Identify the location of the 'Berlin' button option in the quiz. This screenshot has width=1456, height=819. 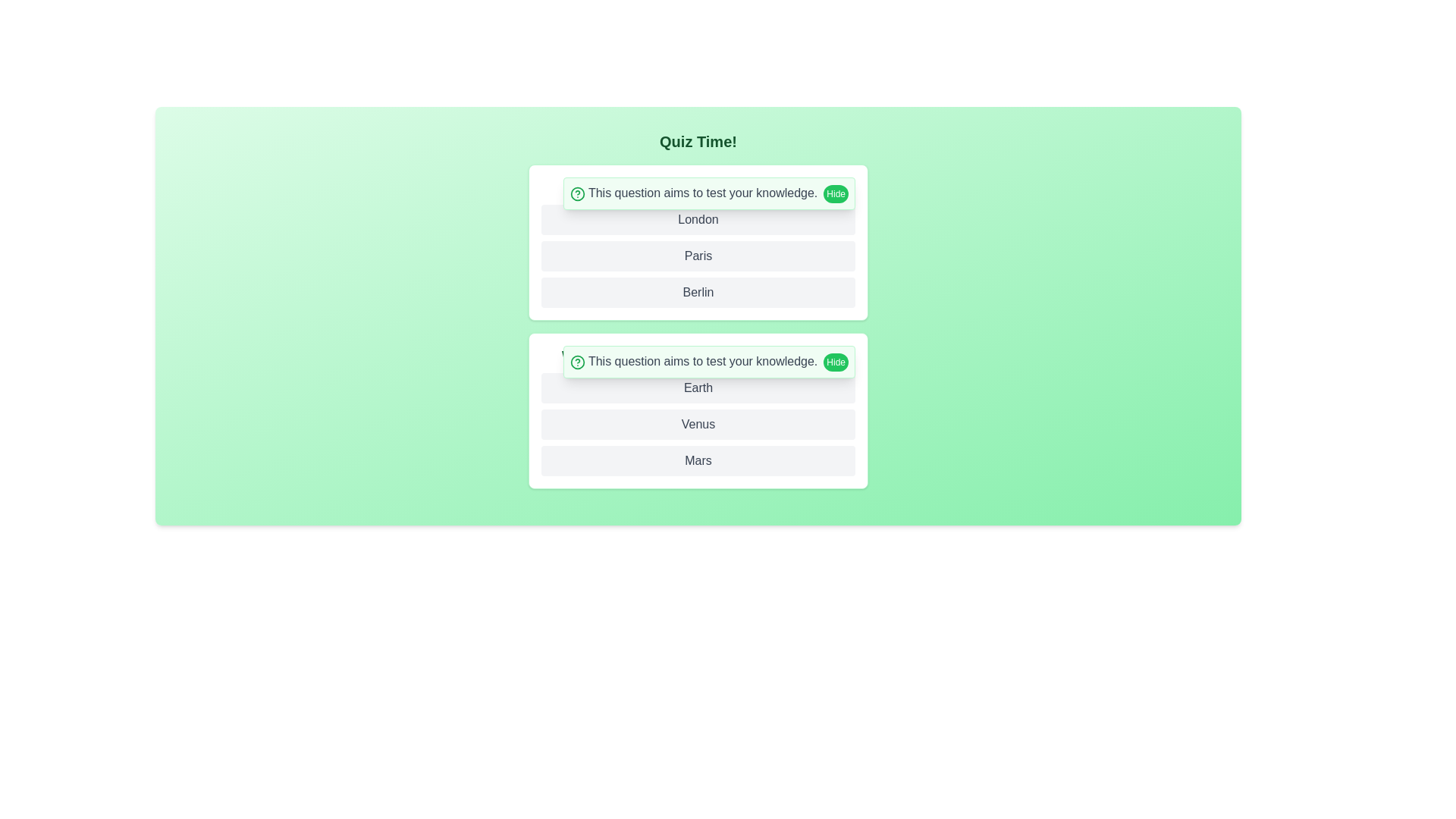
(698, 292).